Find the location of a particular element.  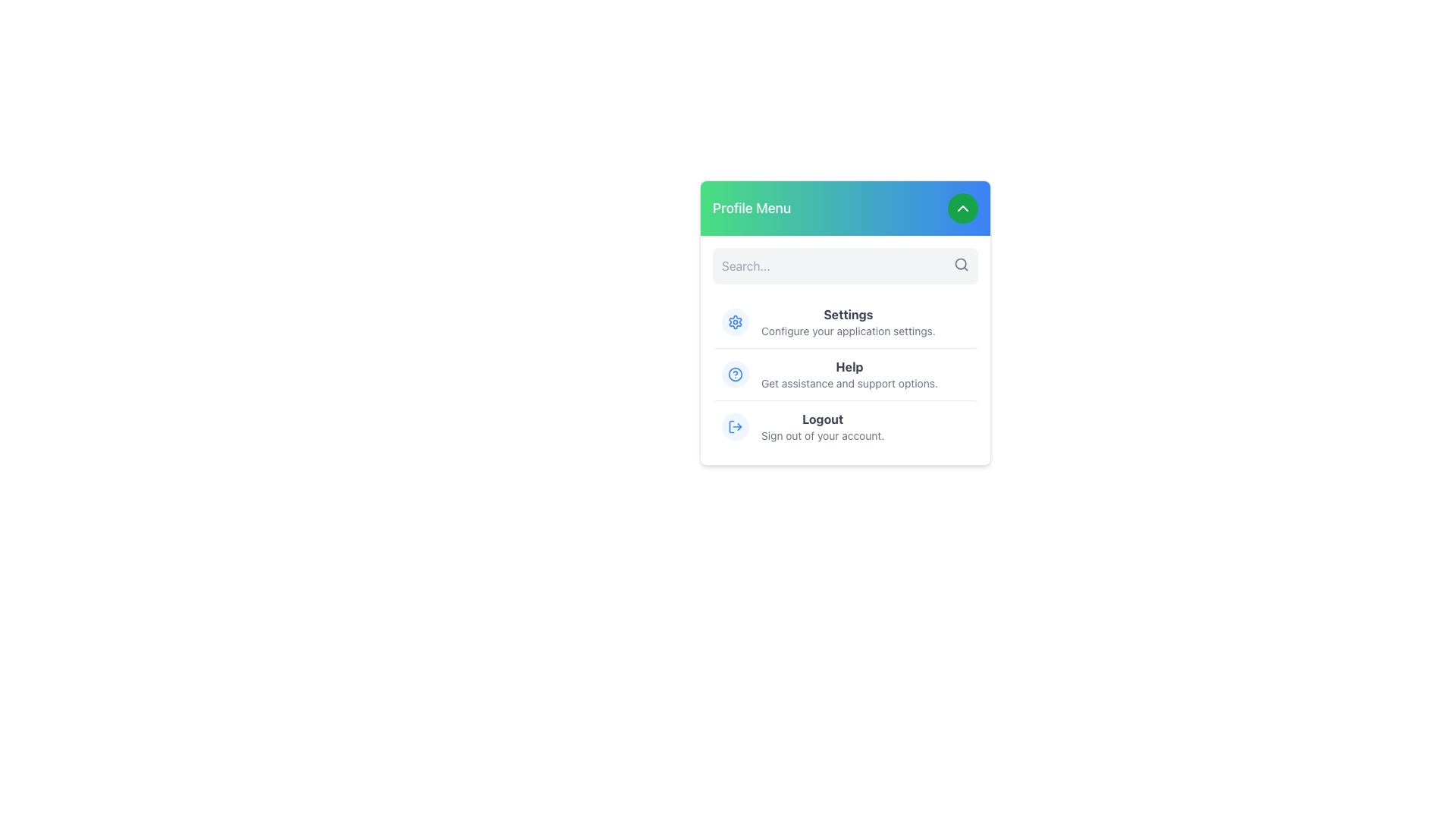

text of the Navigation Menu Item that provides access to the application's settings page, located in the middle section of the vertical menu, directly beneath the search bar is located at coordinates (847, 321).